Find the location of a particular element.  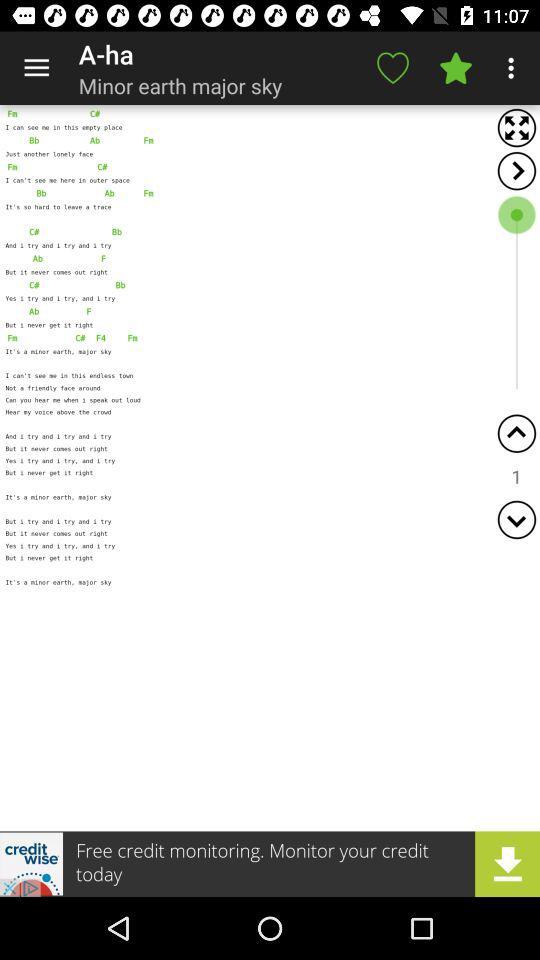

expand full screen icon is located at coordinates (516, 127).